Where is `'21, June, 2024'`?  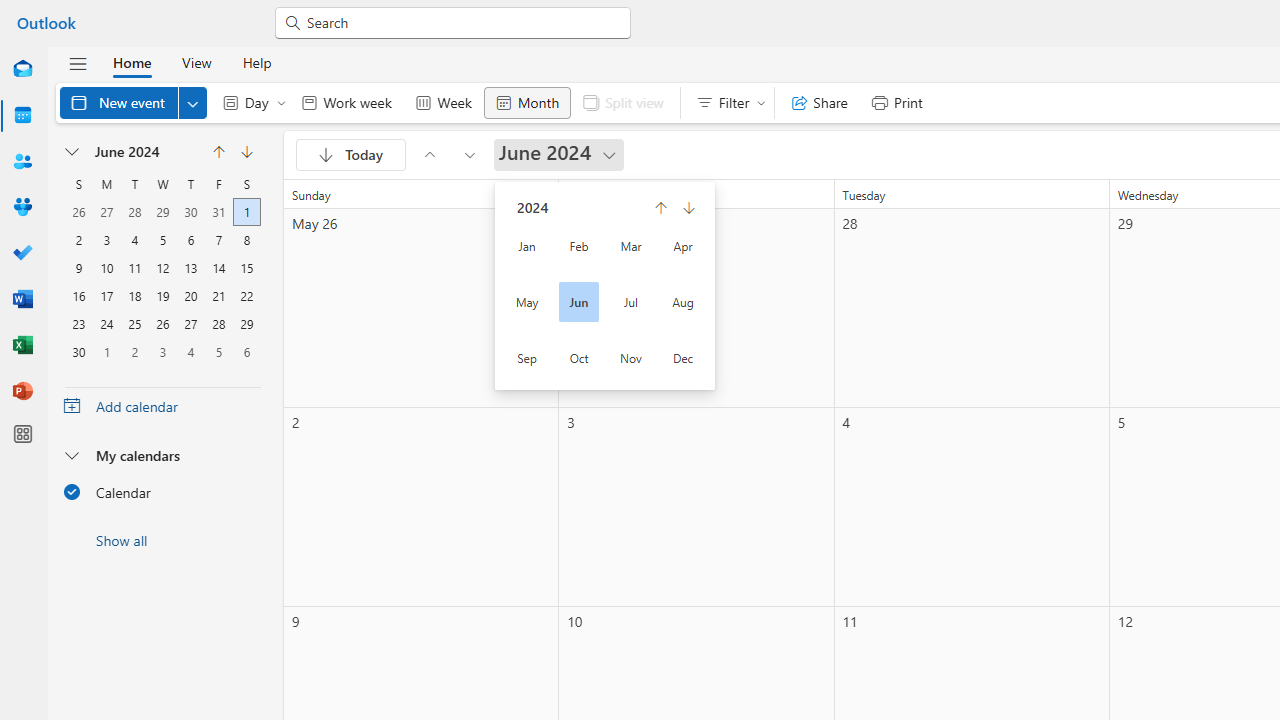 '21, June, 2024' is located at coordinates (218, 294).